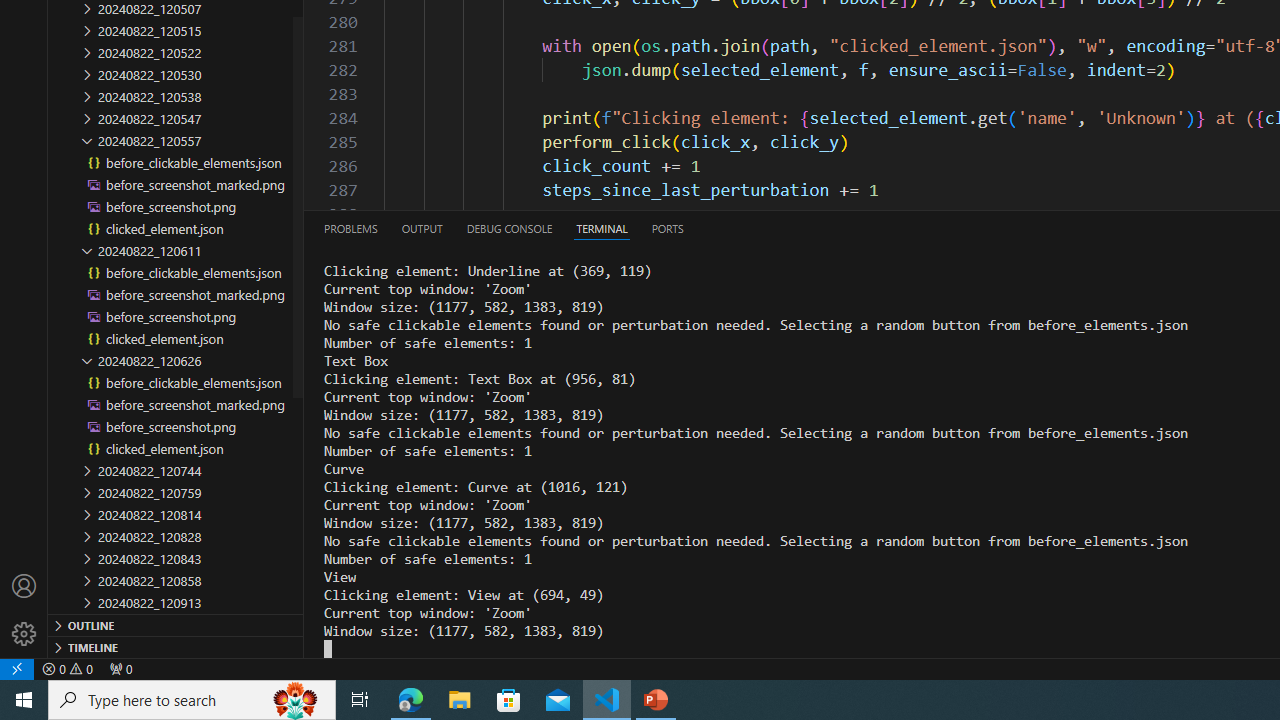  What do you see at coordinates (119, 668) in the screenshot?
I see `'No Ports Forwarded'` at bounding box center [119, 668].